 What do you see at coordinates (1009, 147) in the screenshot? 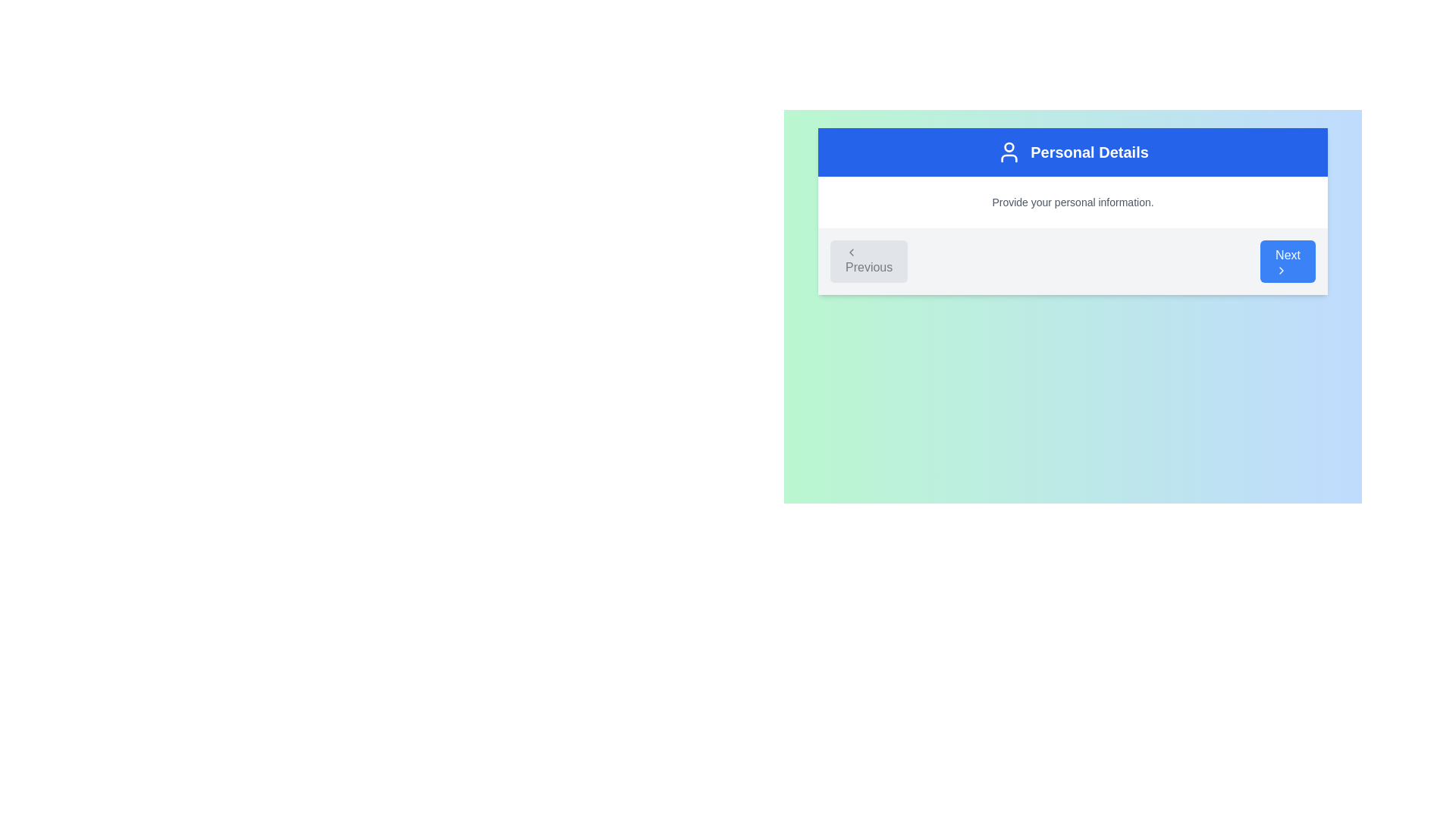
I see `the circular Decorative SVG graphic representing a user's head, located in the upper blue banner near the 'Personal Details' title` at bounding box center [1009, 147].